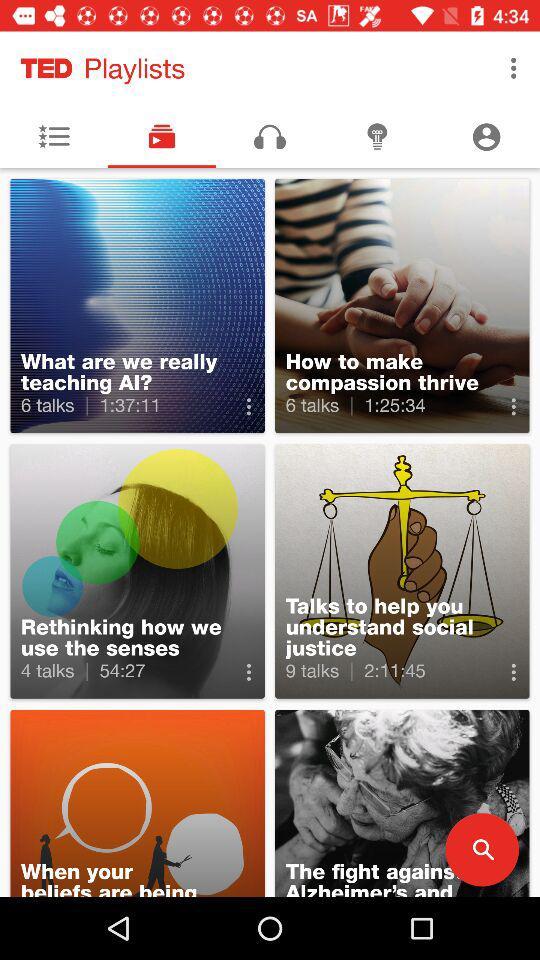 The height and width of the screenshot is (960, 540). I want to click on the search icon, so click(481, 848).